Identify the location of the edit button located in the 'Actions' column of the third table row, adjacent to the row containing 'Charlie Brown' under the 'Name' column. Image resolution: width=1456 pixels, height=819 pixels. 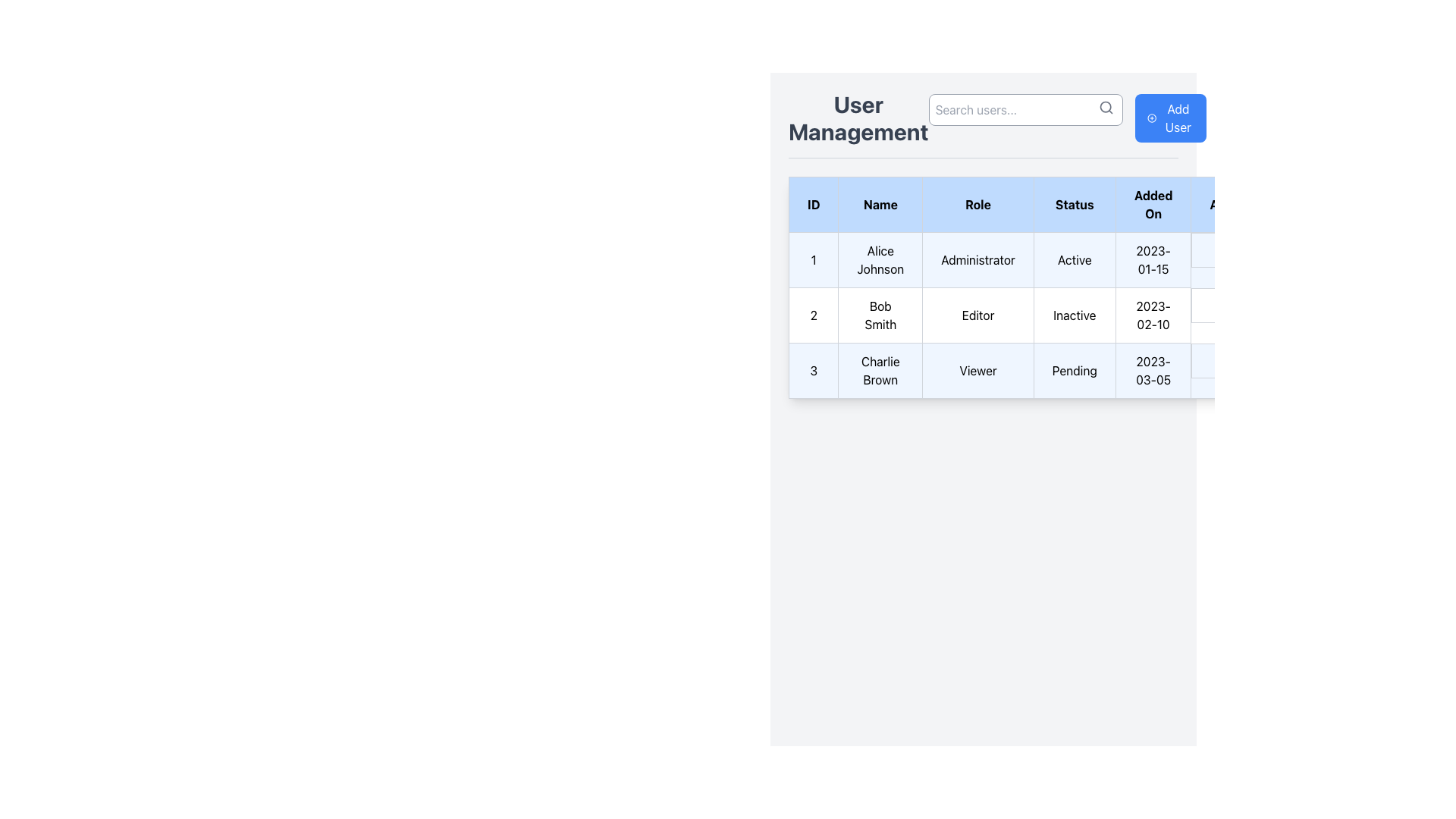
(1221, 360).